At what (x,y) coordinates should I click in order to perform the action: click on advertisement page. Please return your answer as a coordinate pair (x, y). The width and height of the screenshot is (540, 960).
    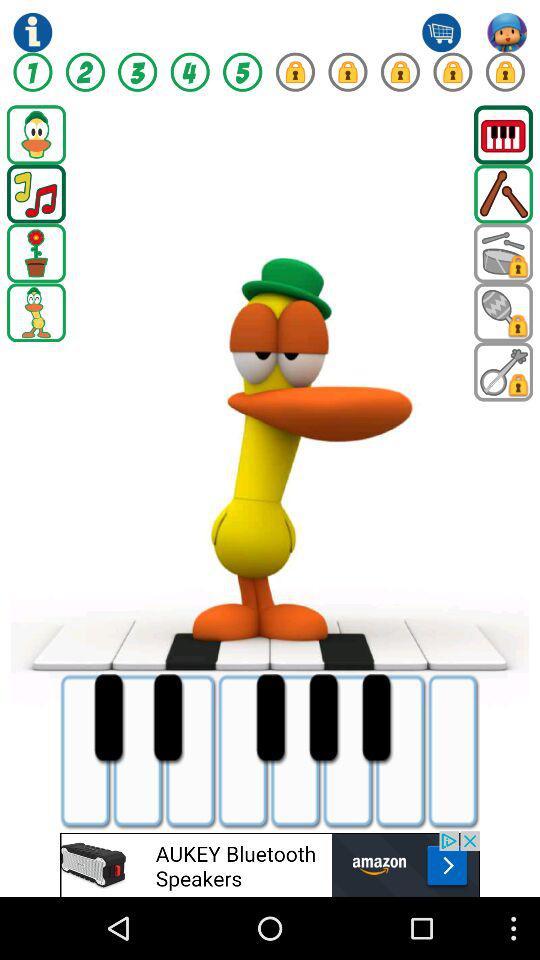
    Looking at the image, I should click on (270, 863).